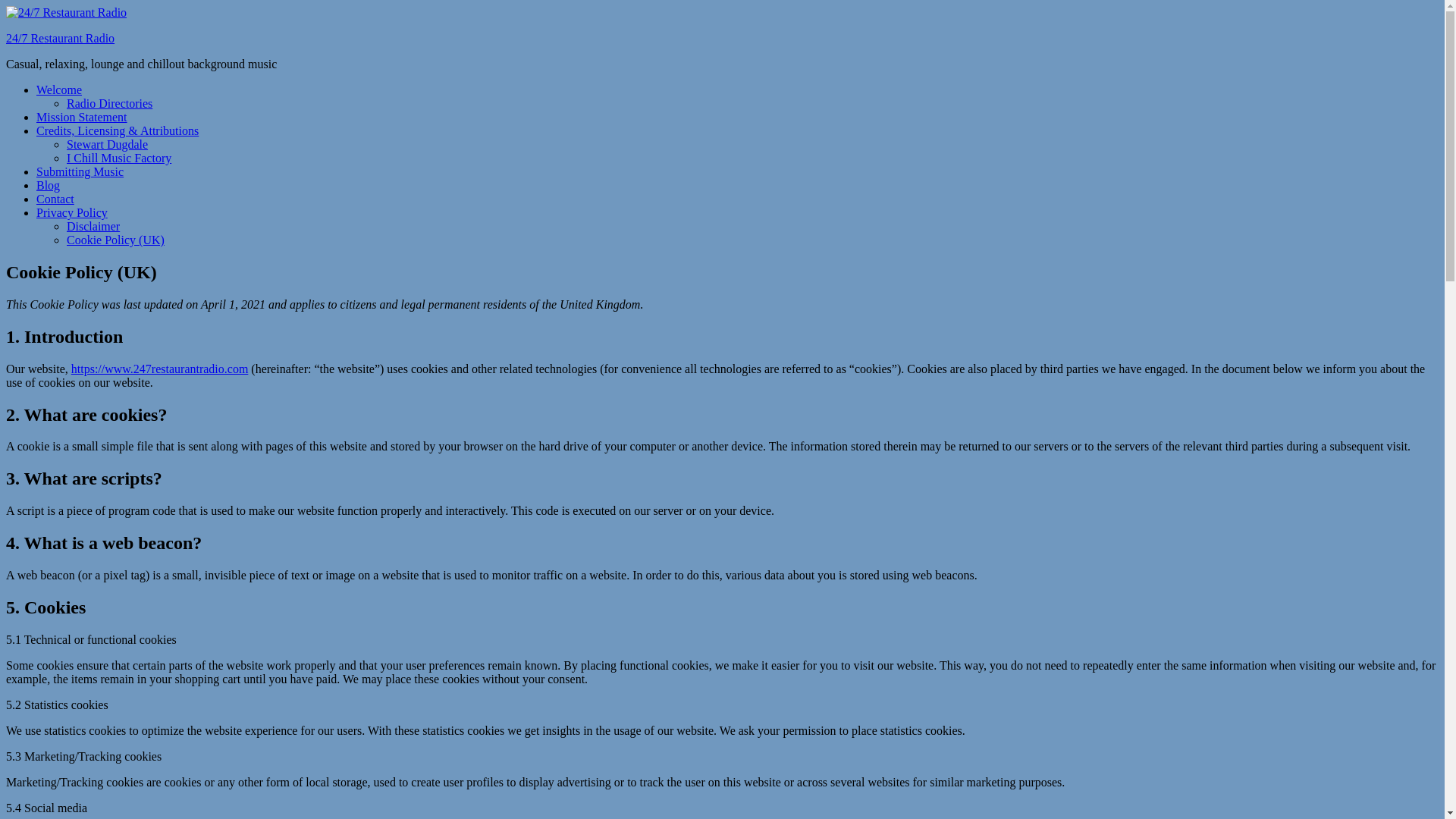  What do you see at coordinates (160, 369) in the screenshot?
I see `'https://www.247restaurantradio.com'` at bounding box center [160, 369].